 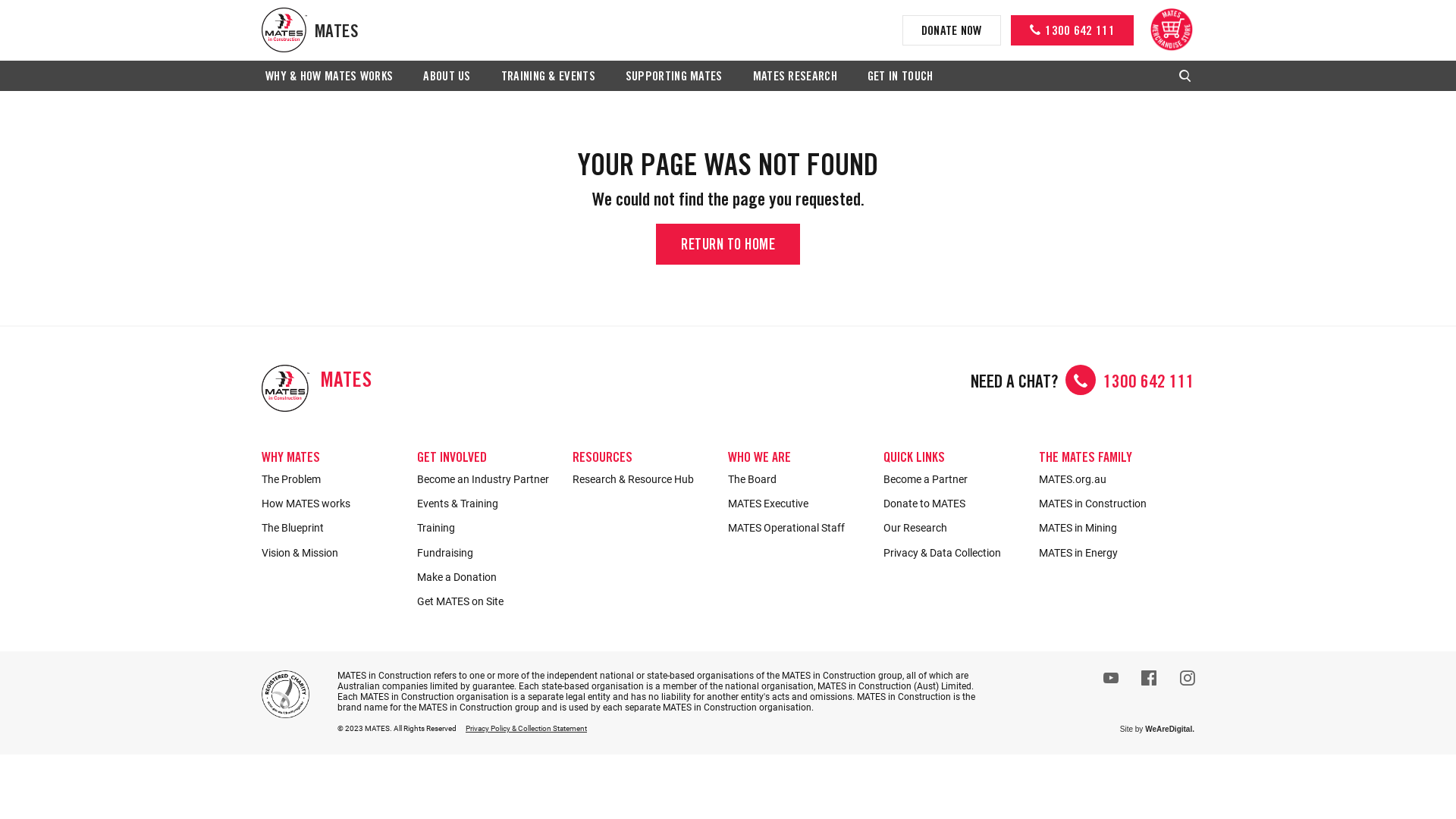 What do you see at coordinates (262, 526) in the screenshot?
I see `'The Blueprint'` at bounding box center [262, 526].